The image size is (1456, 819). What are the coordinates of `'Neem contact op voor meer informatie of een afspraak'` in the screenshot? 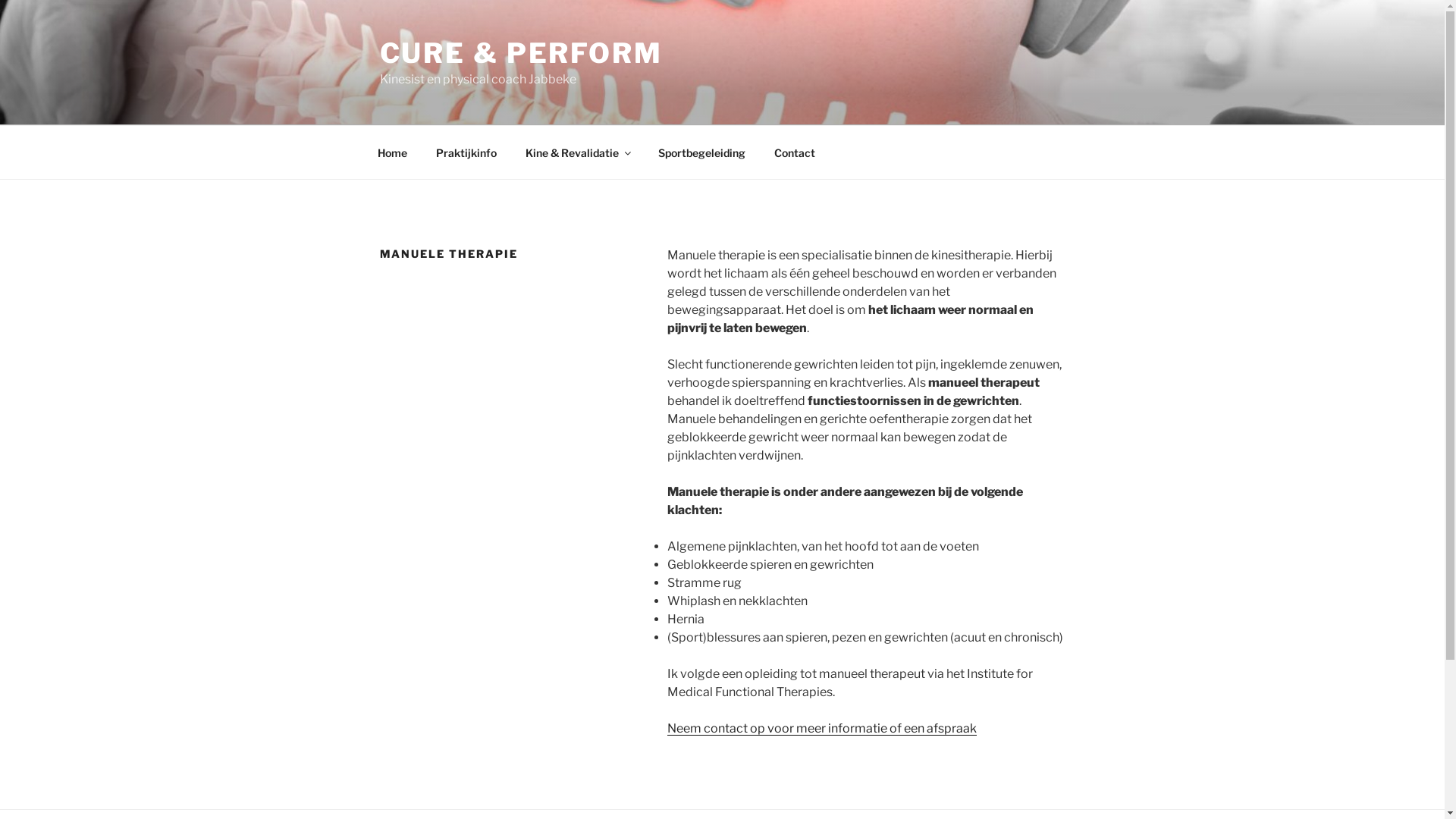 It's located at (821, 727).